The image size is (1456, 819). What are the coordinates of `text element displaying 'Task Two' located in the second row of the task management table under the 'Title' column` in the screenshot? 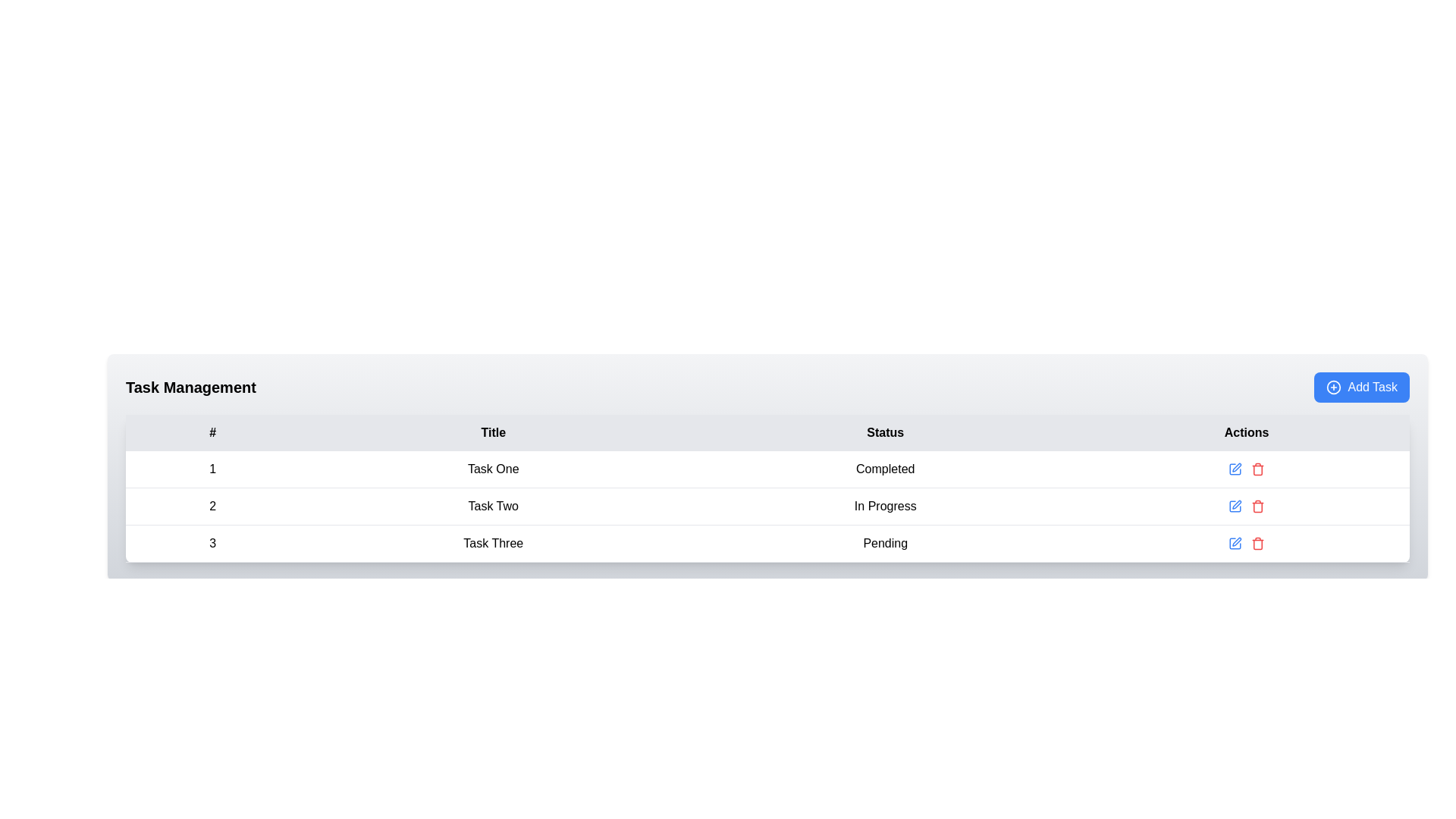 It's located at (493, 506).